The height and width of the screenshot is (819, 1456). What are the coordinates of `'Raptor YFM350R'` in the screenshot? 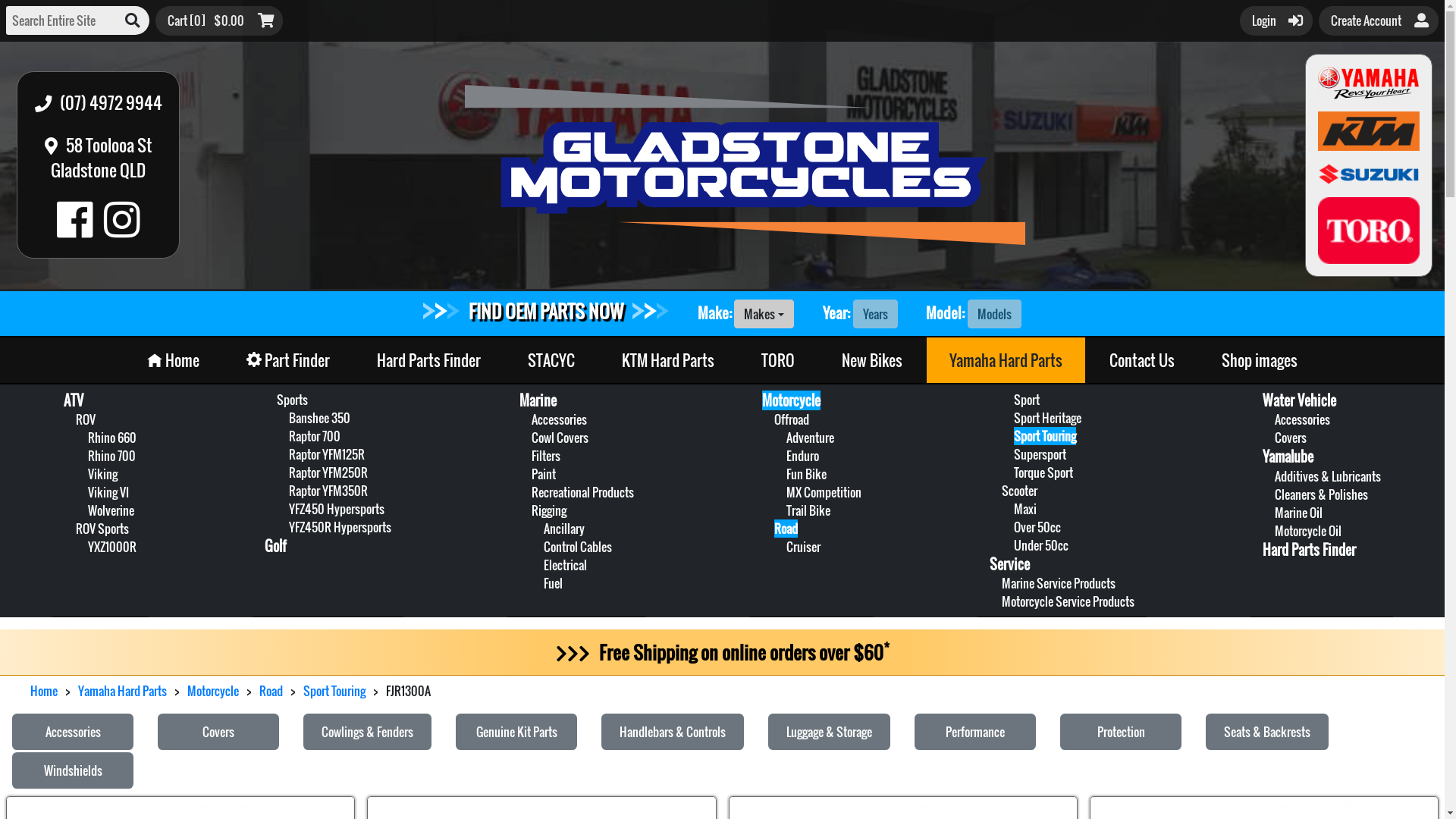 It's located at (327, 491).